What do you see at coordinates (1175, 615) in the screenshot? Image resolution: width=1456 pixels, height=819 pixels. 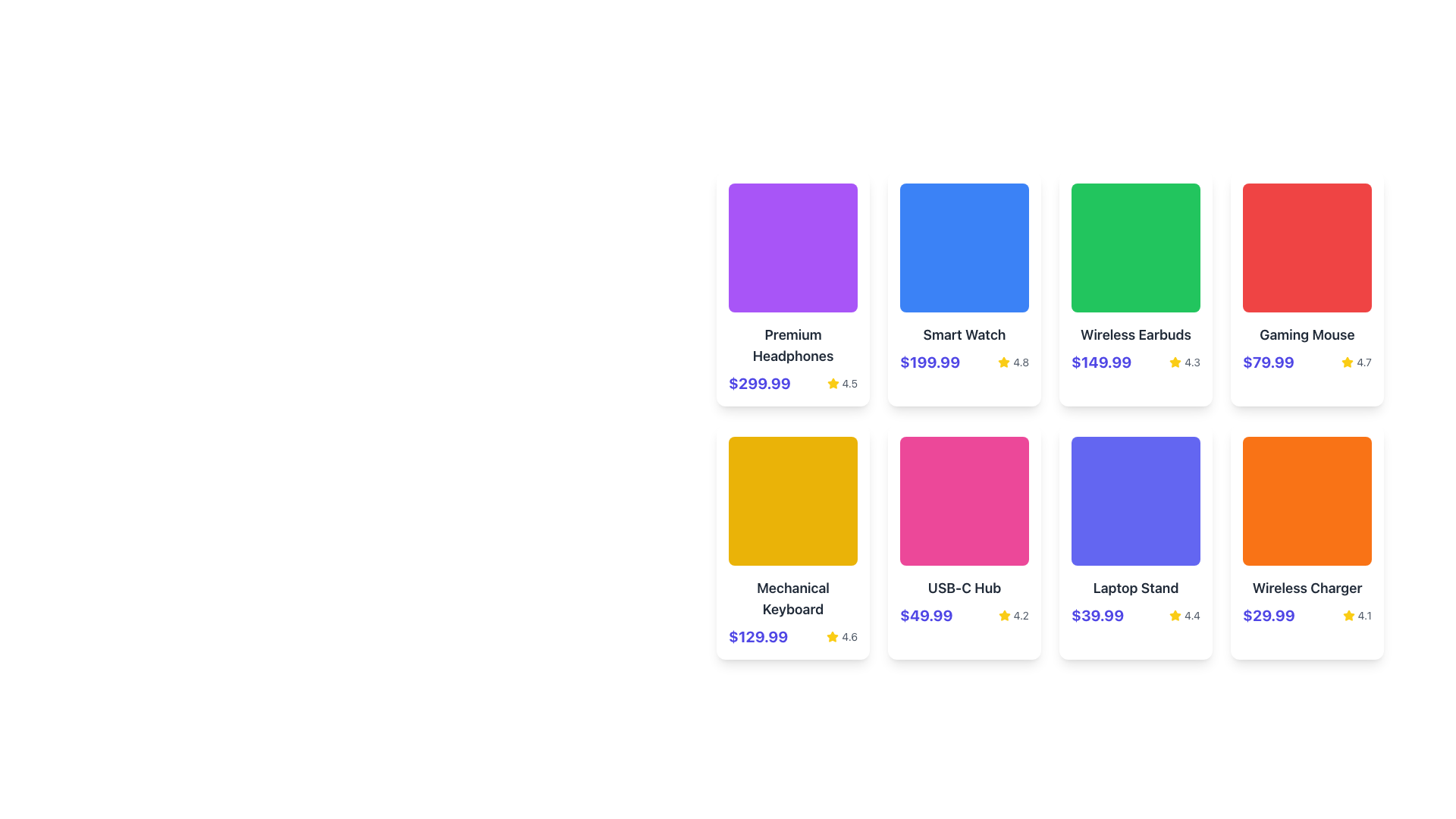 I see `the yellow star-shaped rating icon located in the bottom-right corner of the 'Laptop Stand' card, which indicates a rating score of '4.4'` at bounding box center [1175, 615].